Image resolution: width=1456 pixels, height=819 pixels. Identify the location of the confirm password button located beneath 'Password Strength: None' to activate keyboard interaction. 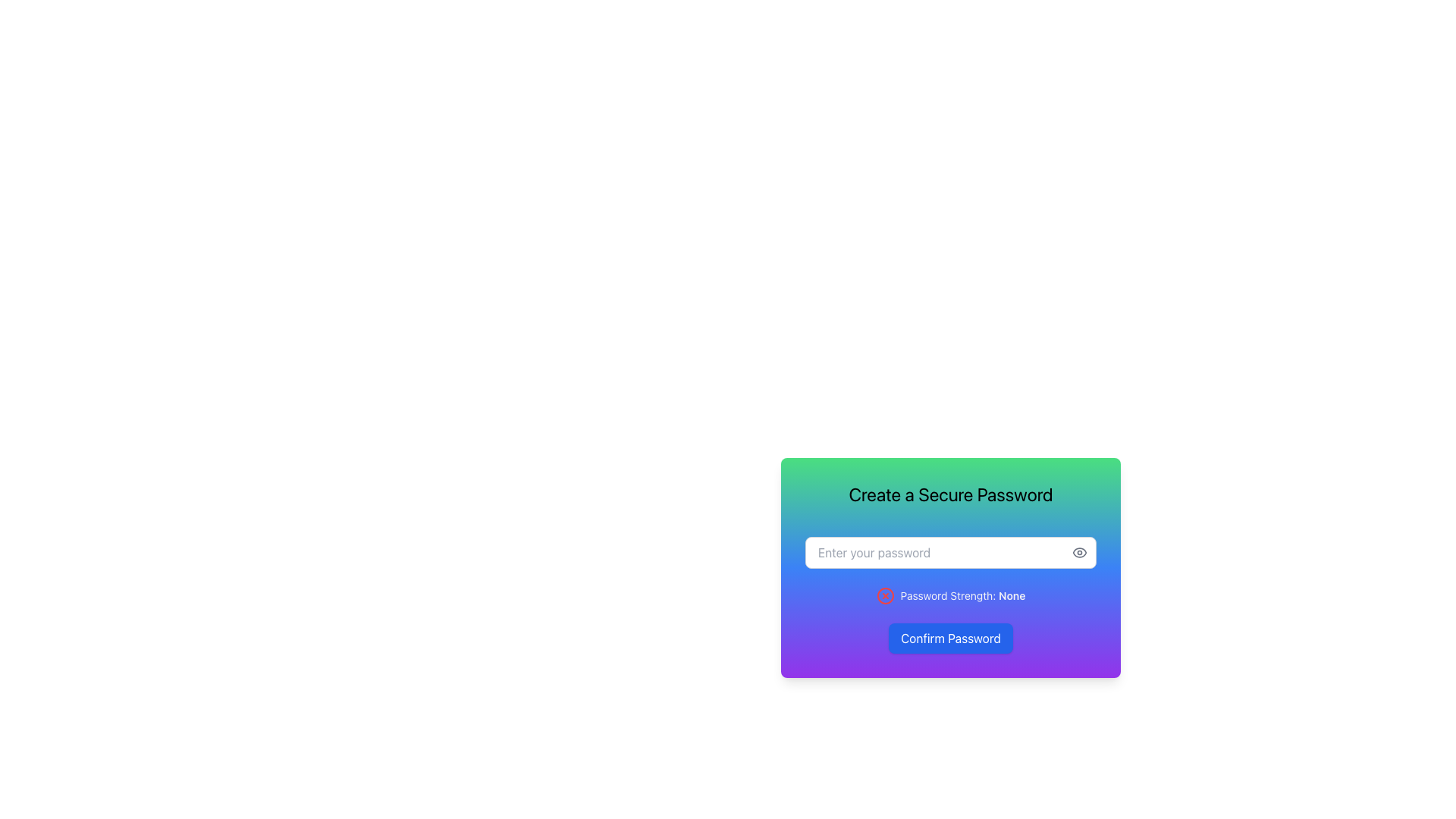
(949, 638).